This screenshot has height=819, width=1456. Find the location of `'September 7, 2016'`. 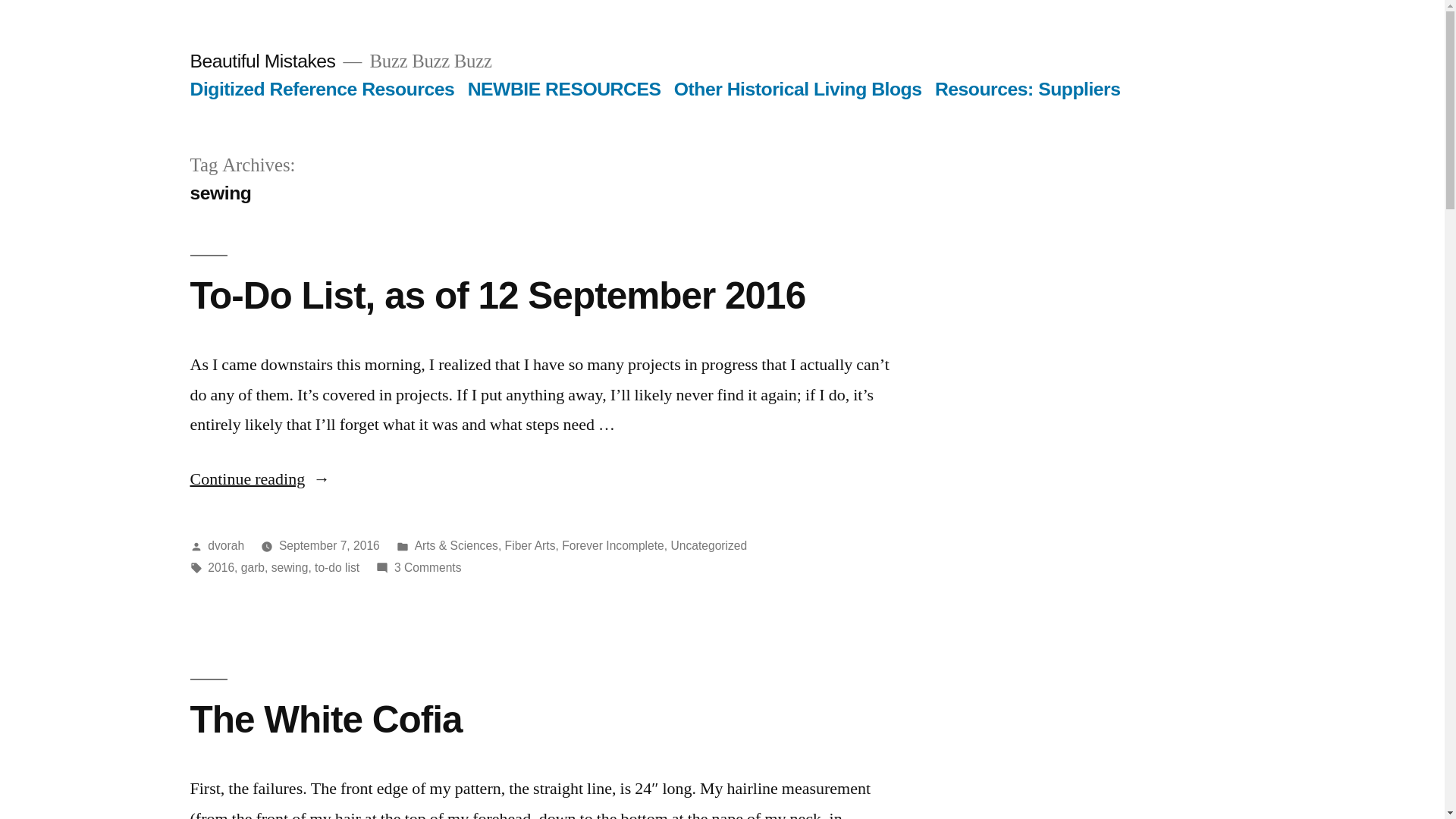

'September 7, 2016' is located at coordinates (328, 544).